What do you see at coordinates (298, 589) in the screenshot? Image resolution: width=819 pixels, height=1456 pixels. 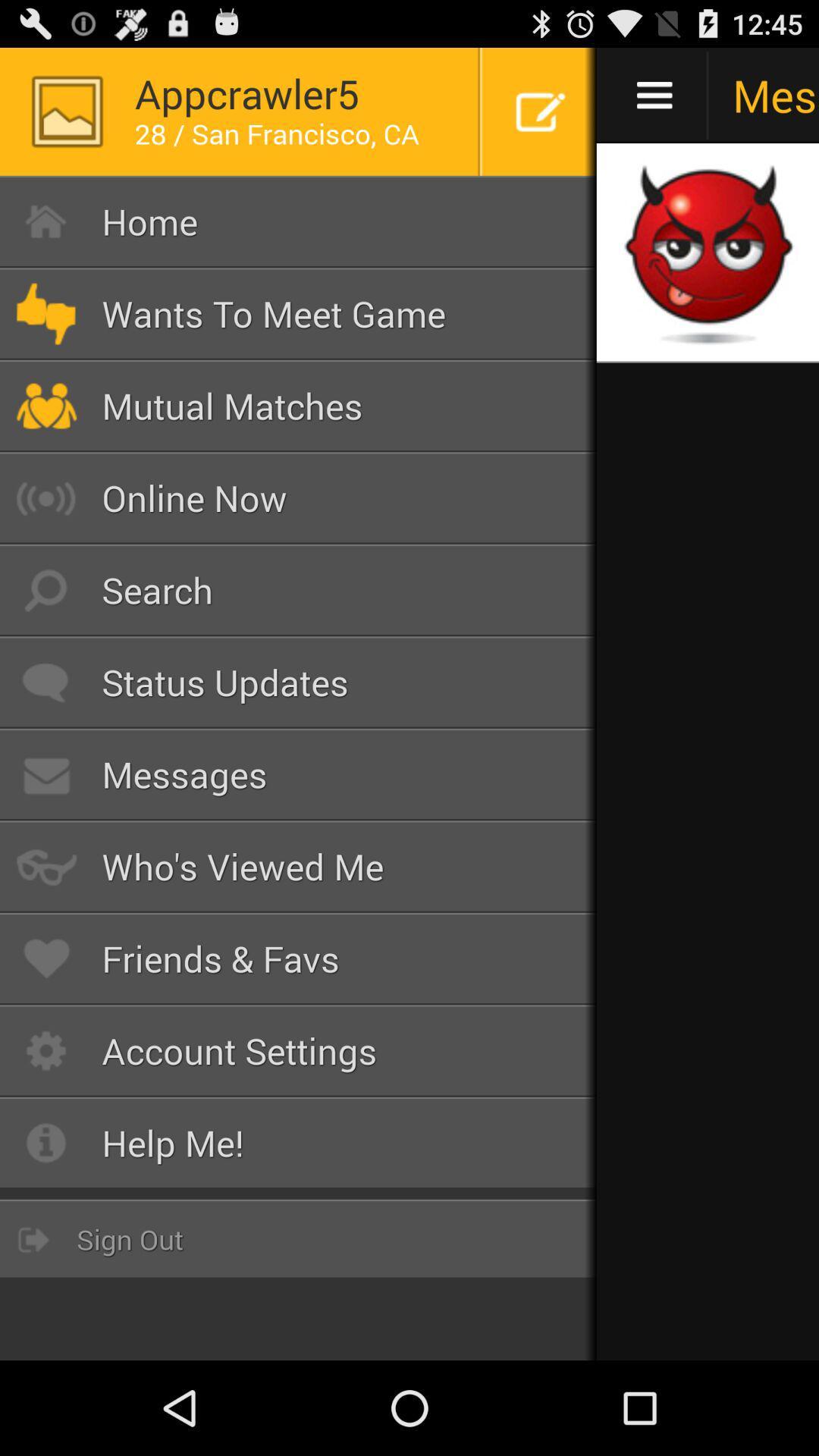 I see `the button above the status updates button` at bounding box center [298, 589].